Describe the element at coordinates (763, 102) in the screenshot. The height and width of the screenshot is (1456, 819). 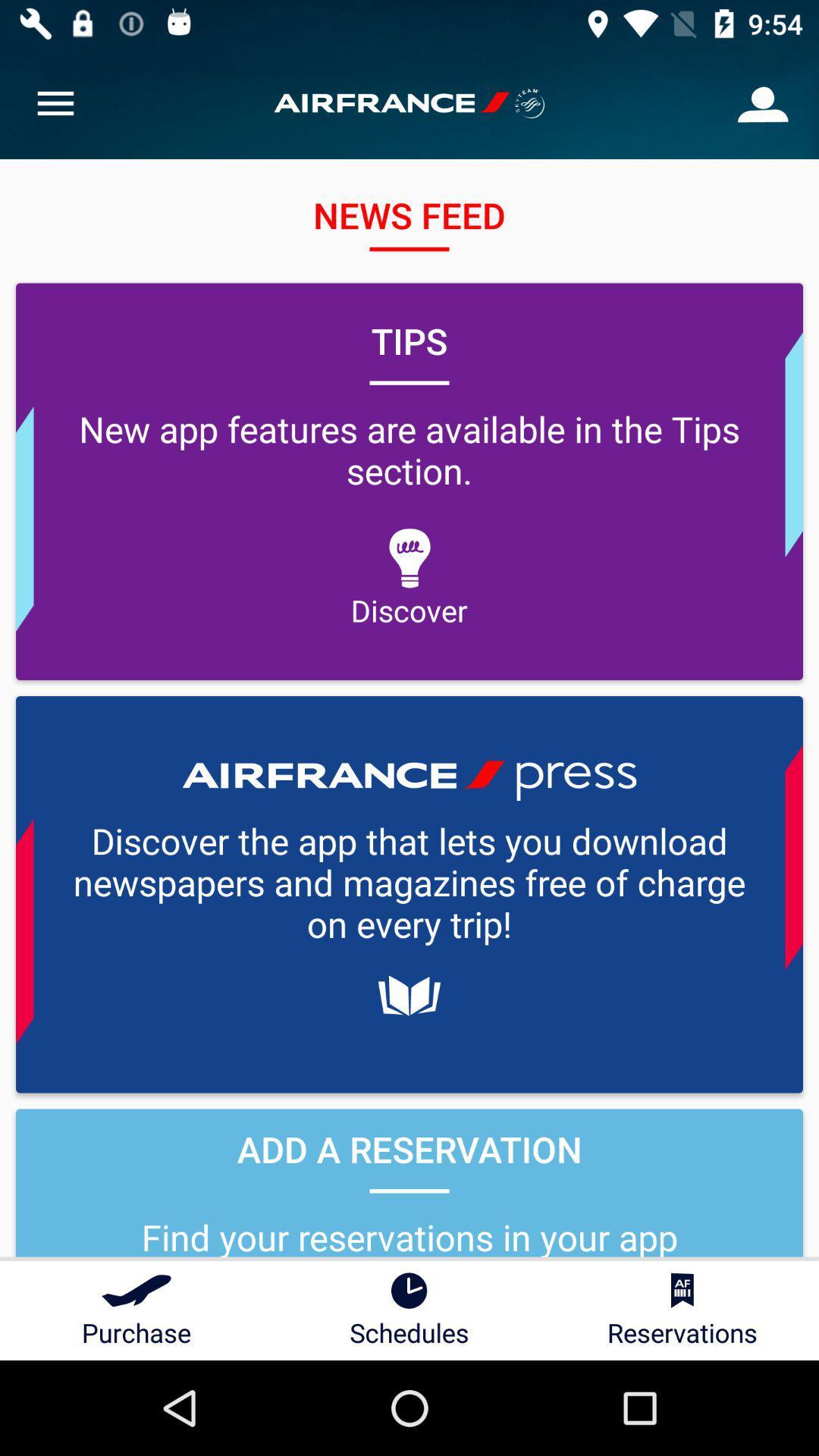
I see `the icon at the top right corner` at that location.